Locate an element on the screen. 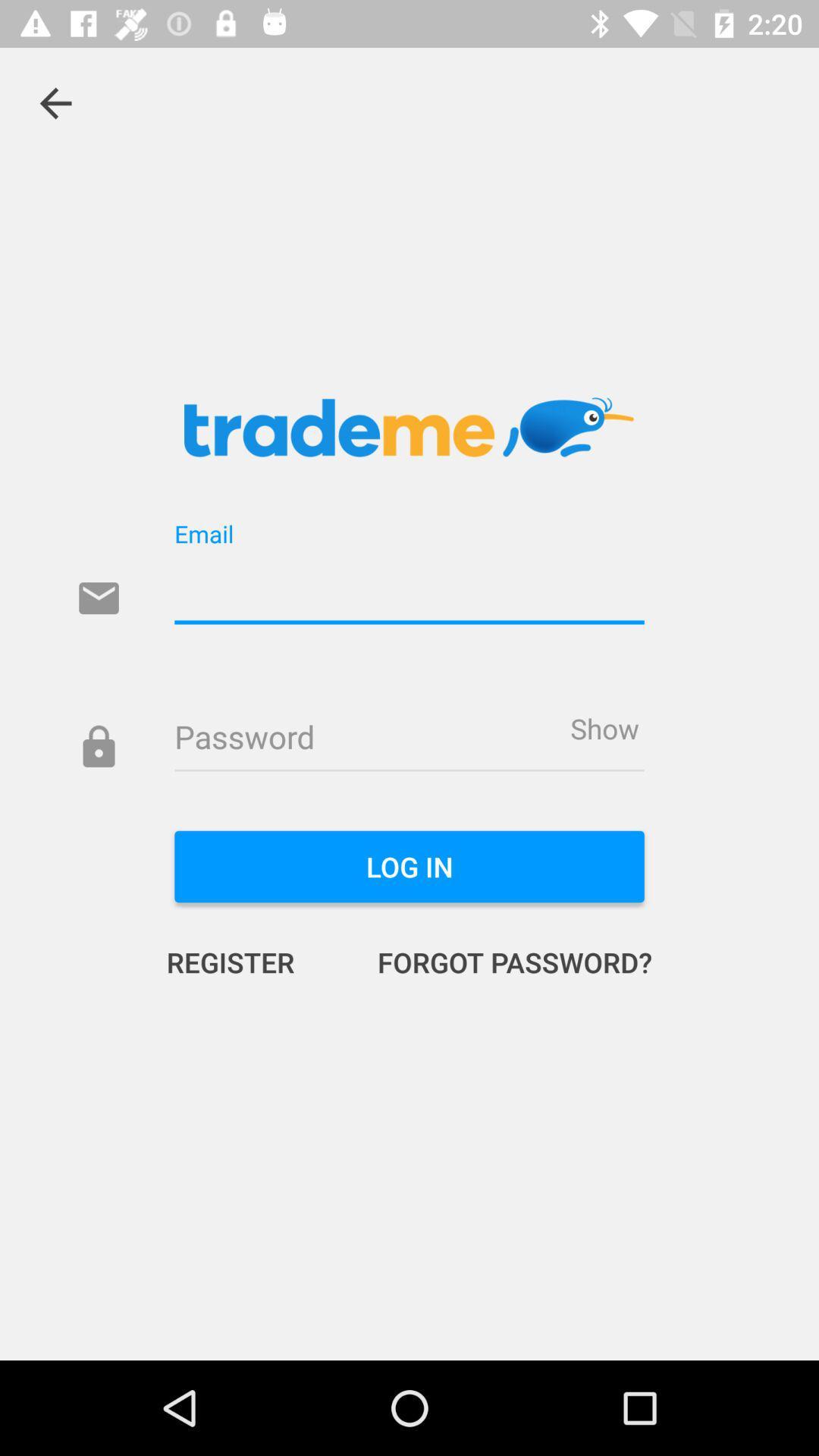  email line is located at coordinates (409, 589).